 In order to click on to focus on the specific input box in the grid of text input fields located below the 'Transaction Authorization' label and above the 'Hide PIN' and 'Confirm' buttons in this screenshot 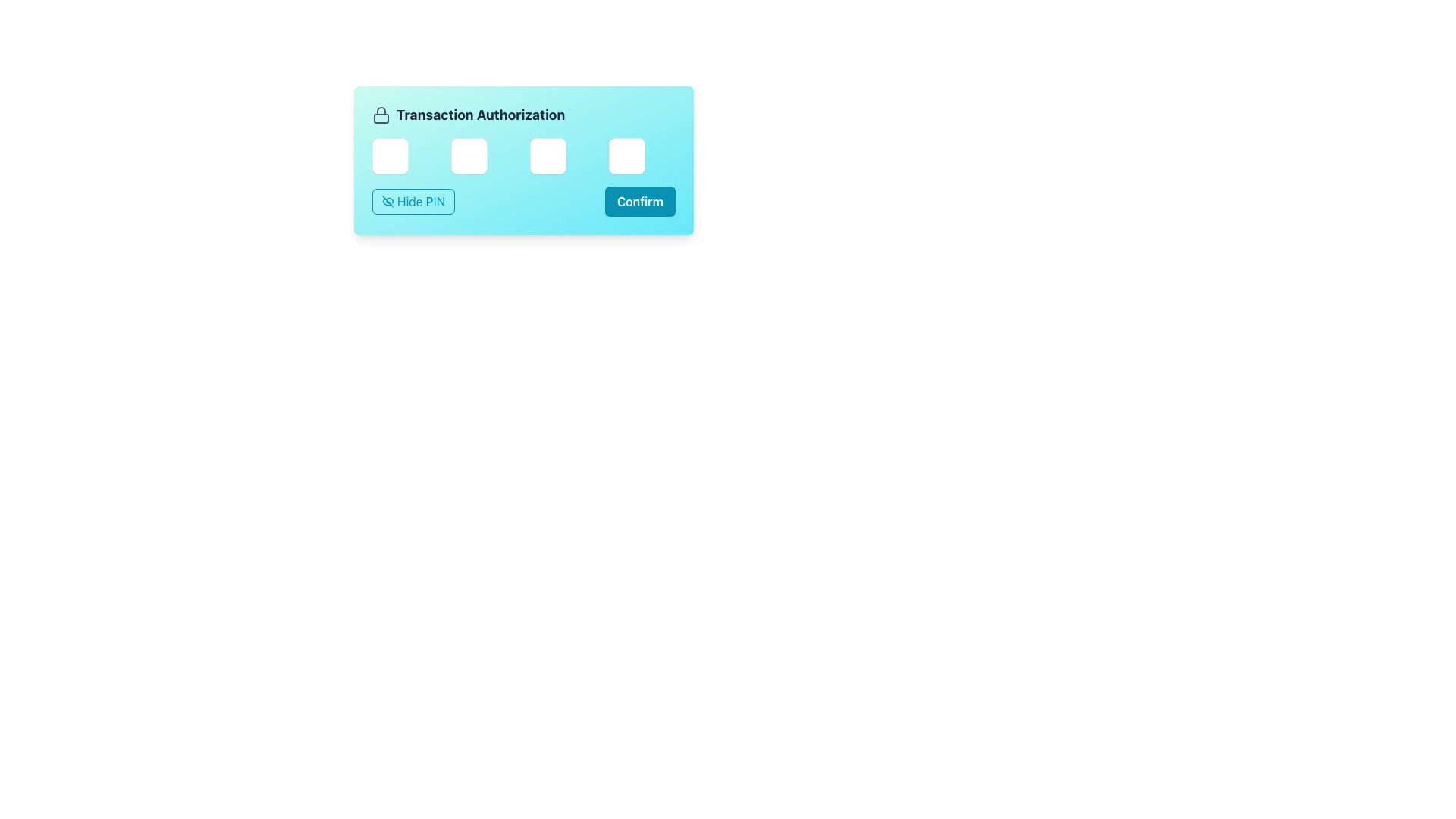, I will do `click(524, 155)`.